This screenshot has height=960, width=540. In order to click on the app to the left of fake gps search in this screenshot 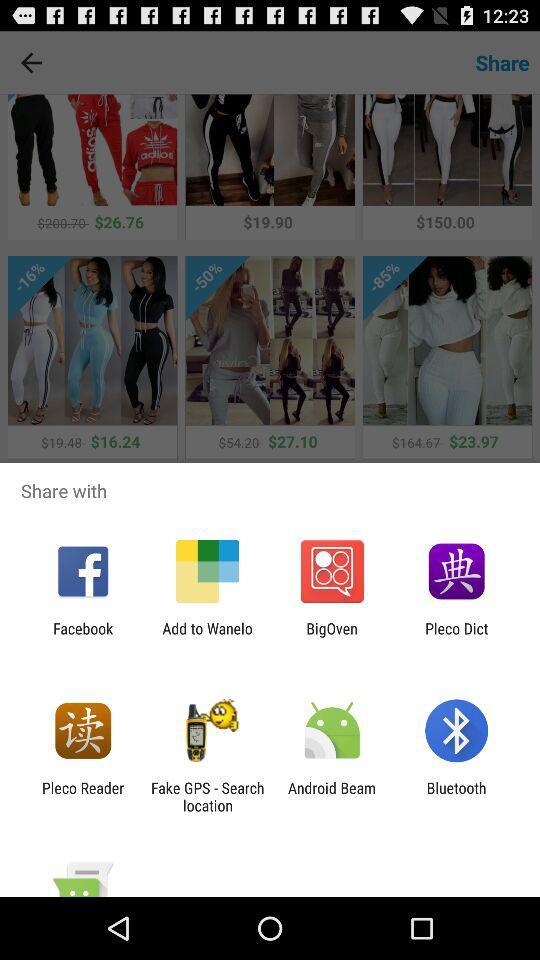, I will do `click(82, 796)`.